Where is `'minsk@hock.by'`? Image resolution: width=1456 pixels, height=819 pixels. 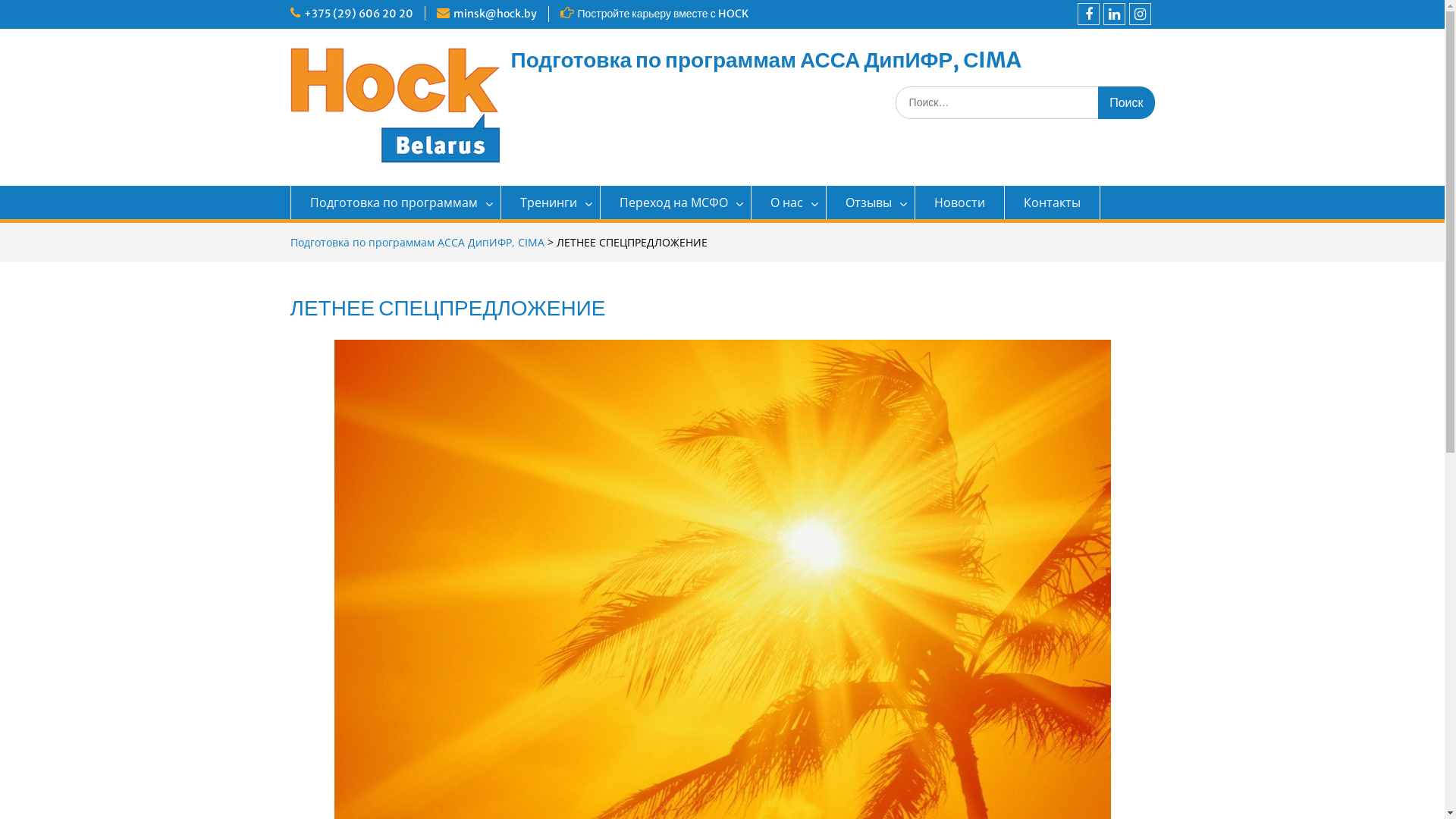
'minsk@hock.by' is located at coordinates (453, 14).